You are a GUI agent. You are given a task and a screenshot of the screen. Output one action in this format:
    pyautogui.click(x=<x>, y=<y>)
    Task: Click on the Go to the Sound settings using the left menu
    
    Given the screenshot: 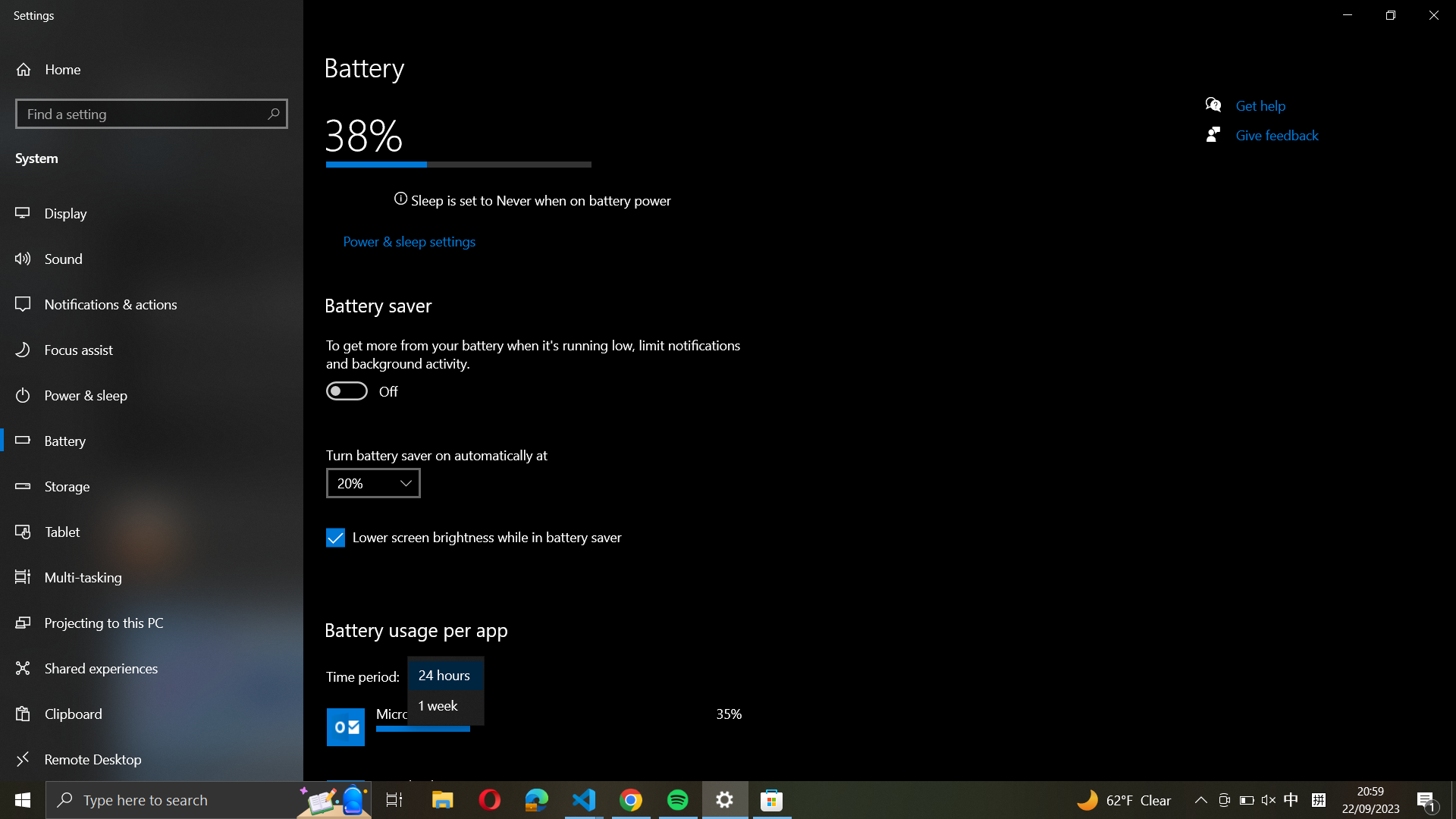 What is the action you would take?
    pyautogui.click(x=152, y=257)
    